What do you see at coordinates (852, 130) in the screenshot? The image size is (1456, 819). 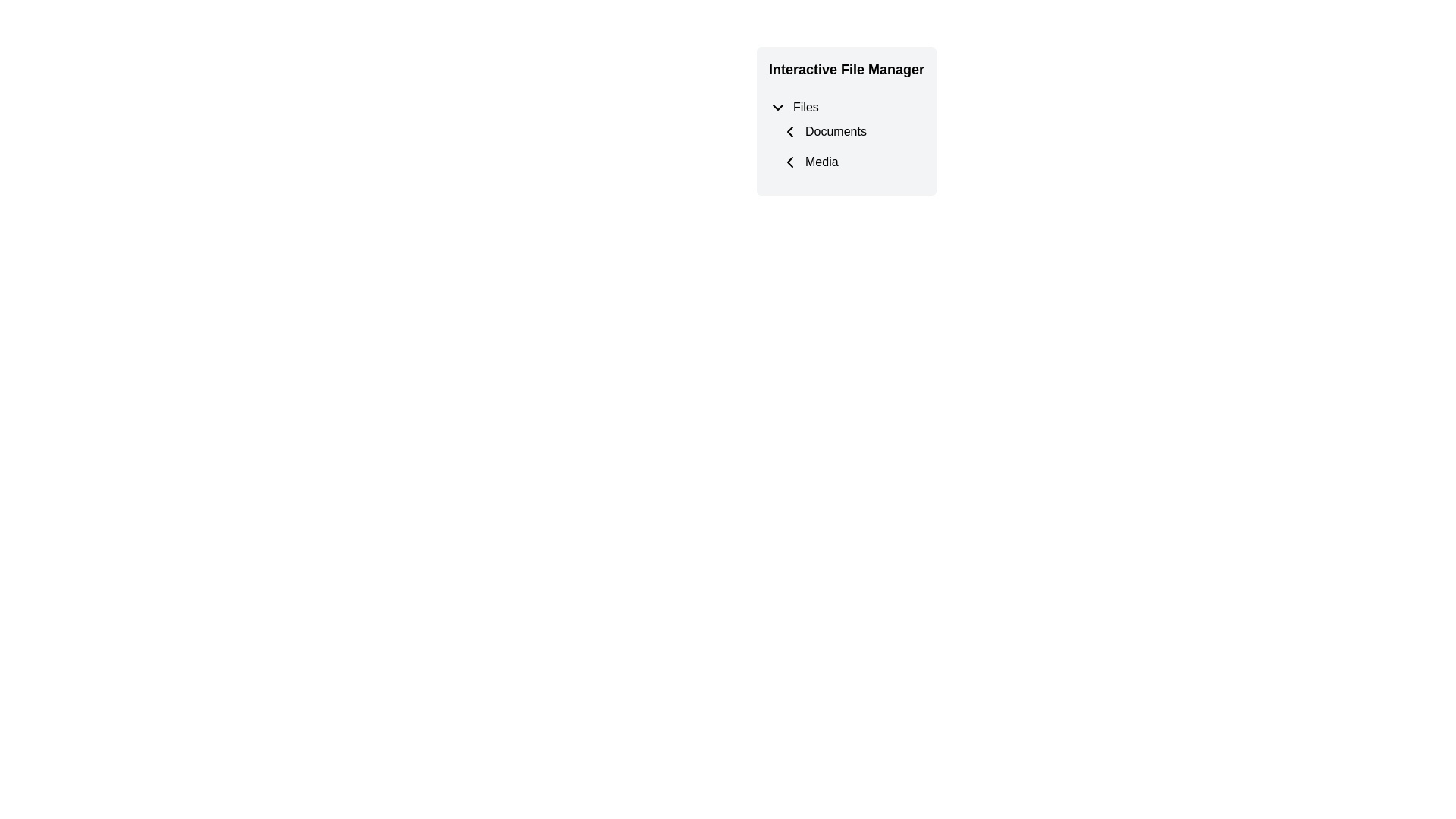 I see `the 'Documents' navigation item located in the Interactive File Manager panel` at bounding box center [852, 130].